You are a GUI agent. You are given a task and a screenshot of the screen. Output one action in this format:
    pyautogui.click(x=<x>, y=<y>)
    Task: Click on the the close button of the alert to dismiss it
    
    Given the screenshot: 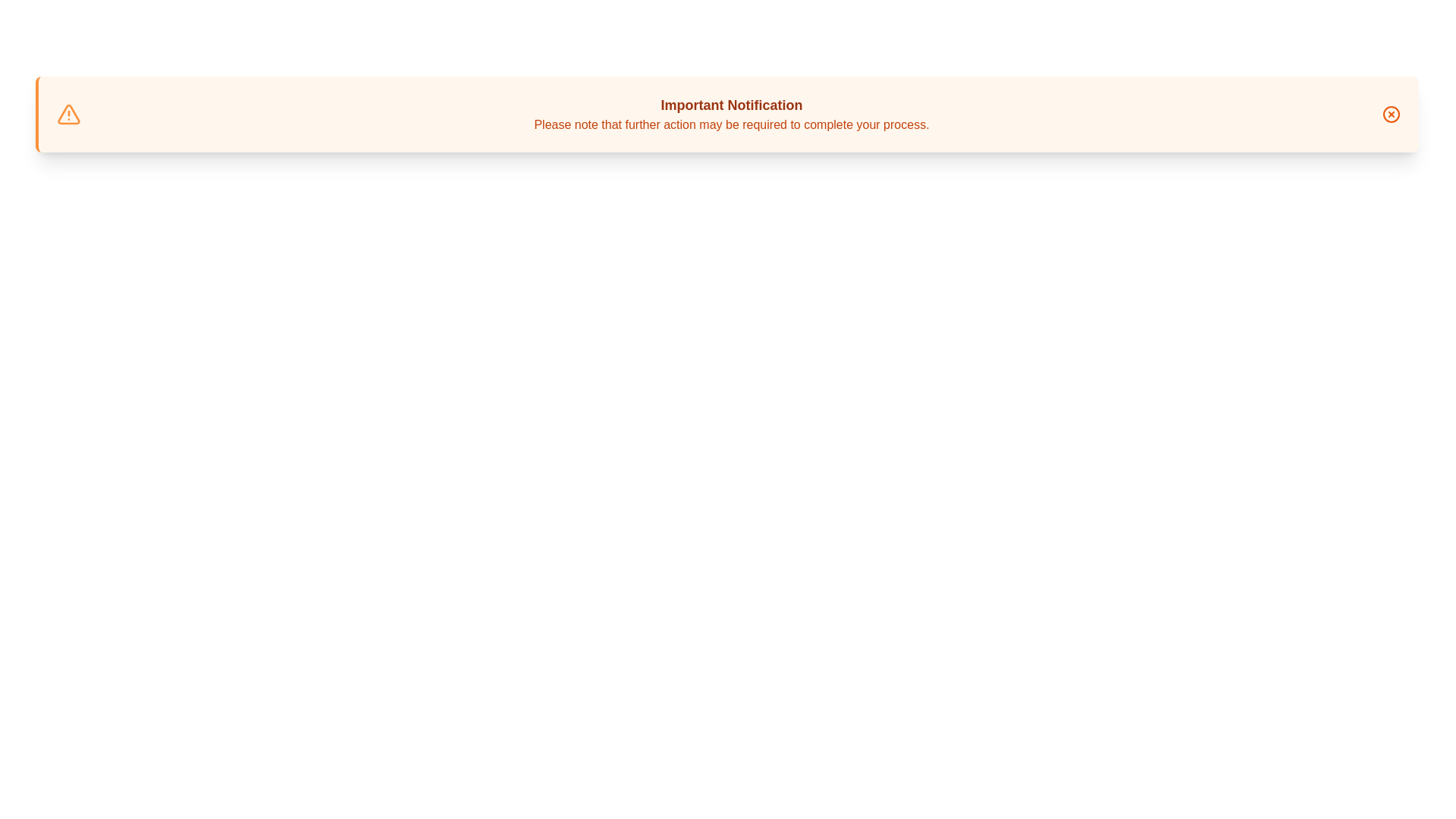 What is the action you would take?
    pyautogui.click(x=1391, y=113)
    